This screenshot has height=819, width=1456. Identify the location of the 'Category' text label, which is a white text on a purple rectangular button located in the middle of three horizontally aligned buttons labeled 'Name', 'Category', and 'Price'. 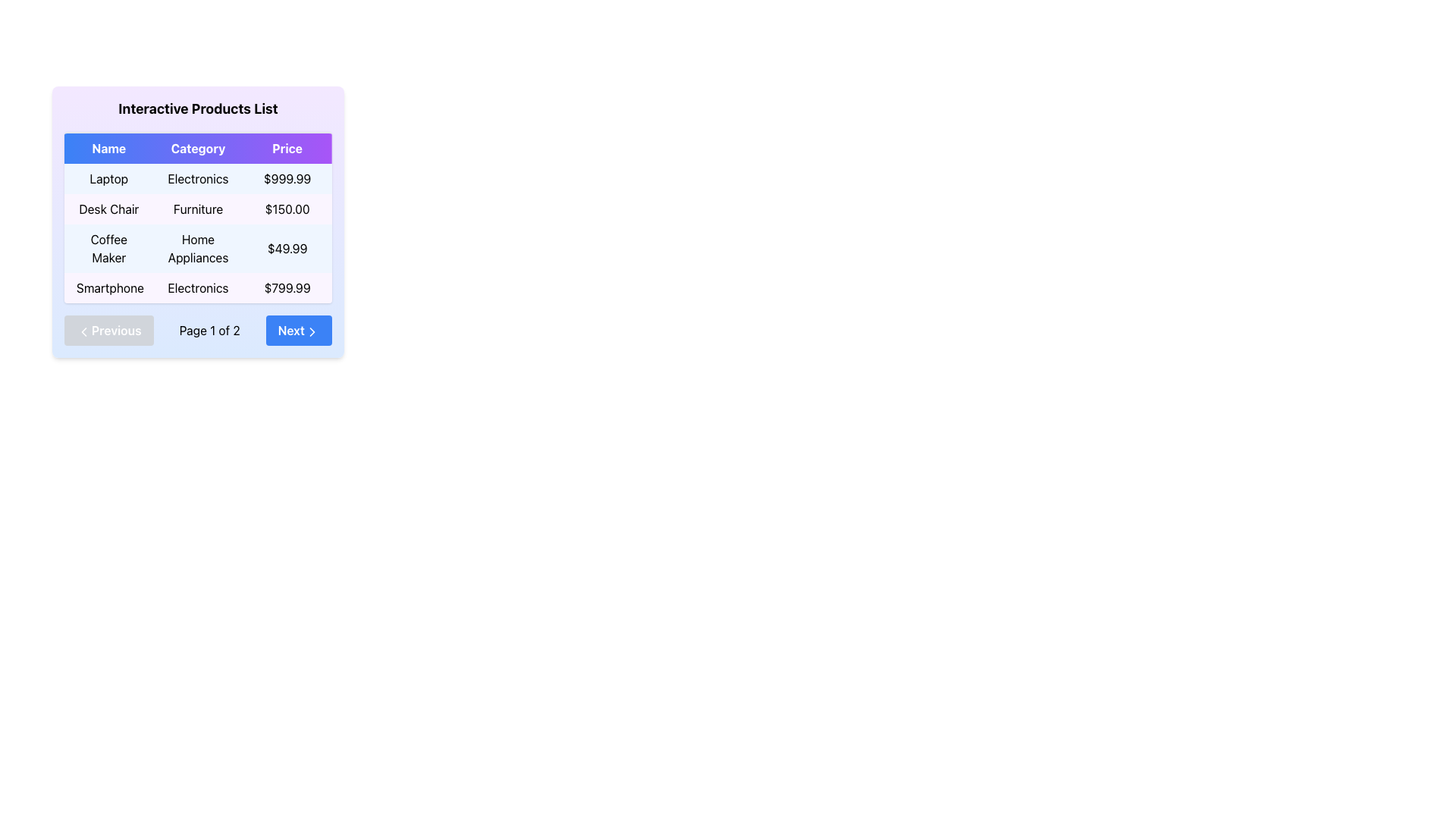
(197, 149).